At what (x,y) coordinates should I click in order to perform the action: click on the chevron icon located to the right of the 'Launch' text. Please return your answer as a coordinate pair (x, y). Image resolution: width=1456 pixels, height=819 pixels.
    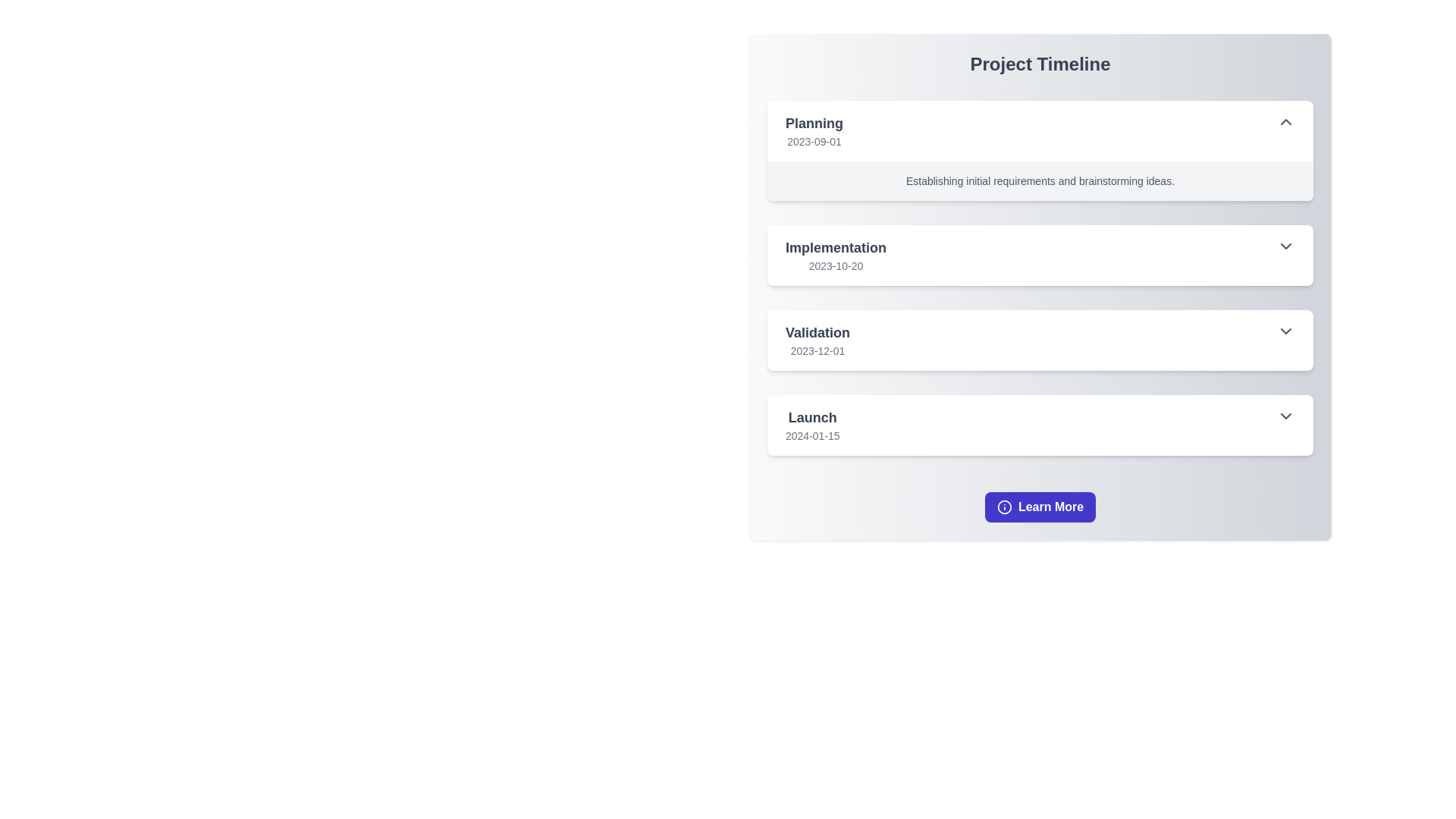
    Looking at the image, I should click on (1285, 416).